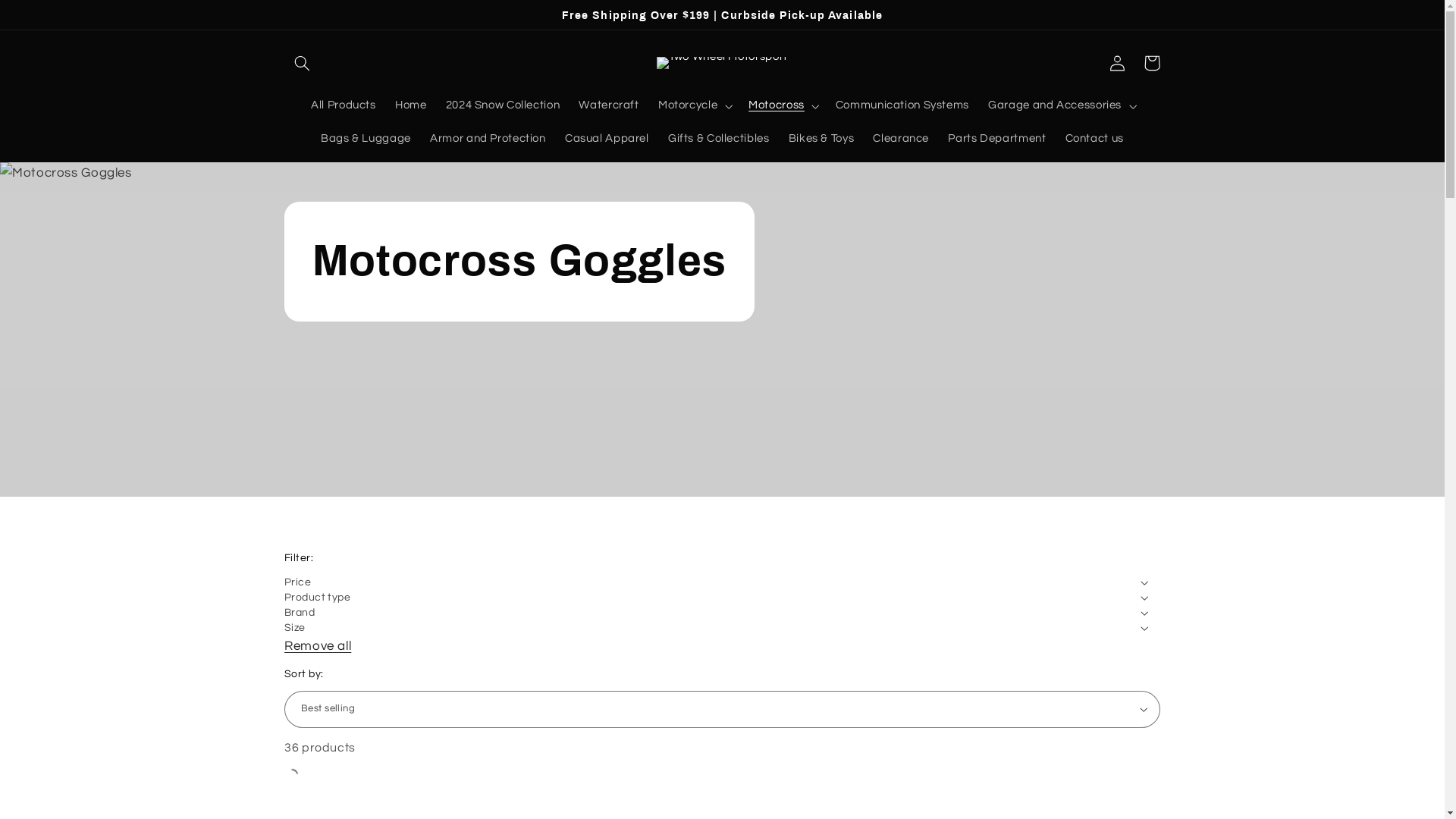  I want to click on 'All Products', so click(343, 105).